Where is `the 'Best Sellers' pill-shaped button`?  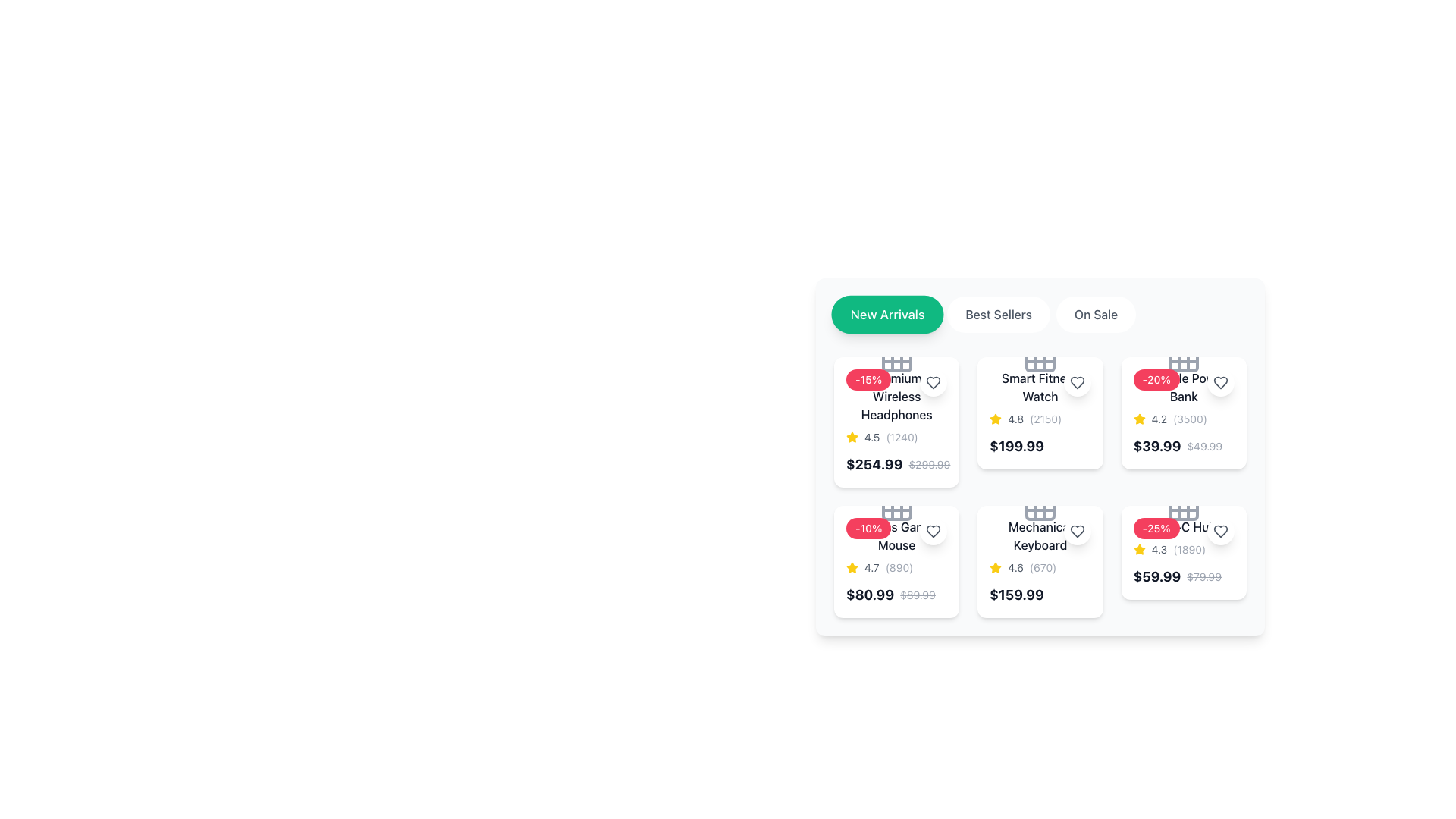 the 'Best Sellers' pill-shaped button is located at coordinates (999, 314).